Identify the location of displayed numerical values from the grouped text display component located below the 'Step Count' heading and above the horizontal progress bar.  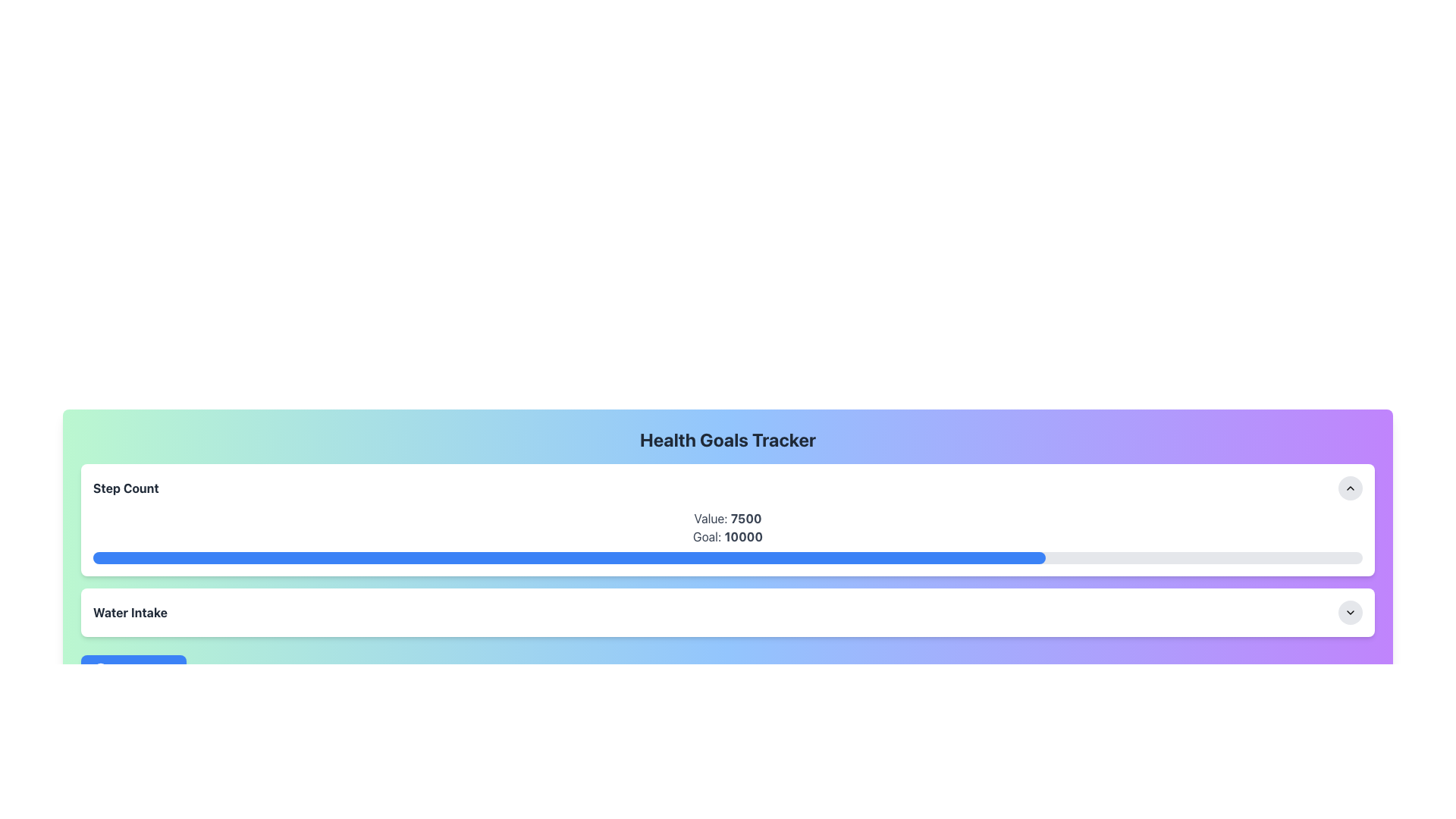
(728, 536).